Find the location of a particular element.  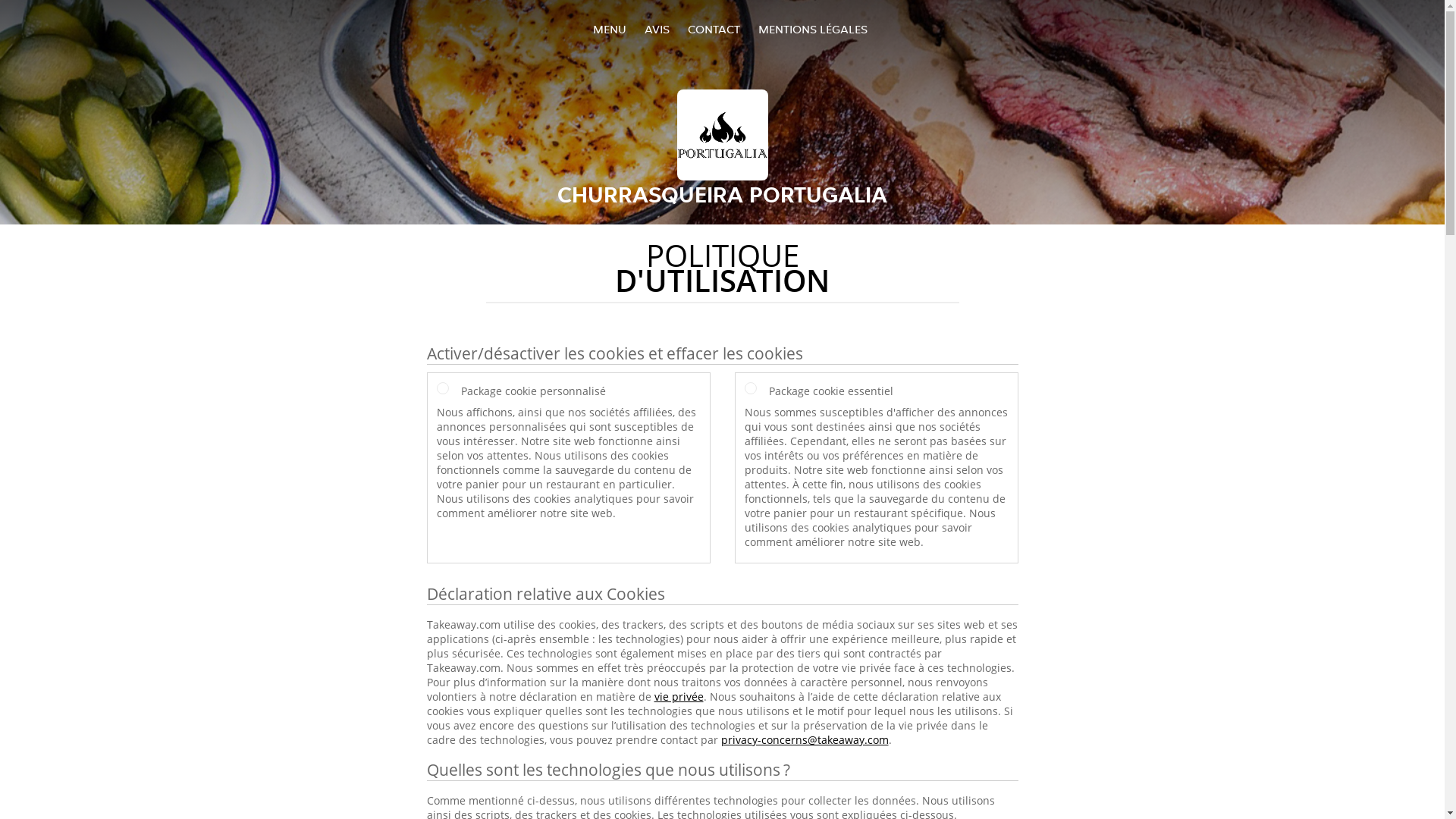

'MENU' is located at coordinates (610, 29).